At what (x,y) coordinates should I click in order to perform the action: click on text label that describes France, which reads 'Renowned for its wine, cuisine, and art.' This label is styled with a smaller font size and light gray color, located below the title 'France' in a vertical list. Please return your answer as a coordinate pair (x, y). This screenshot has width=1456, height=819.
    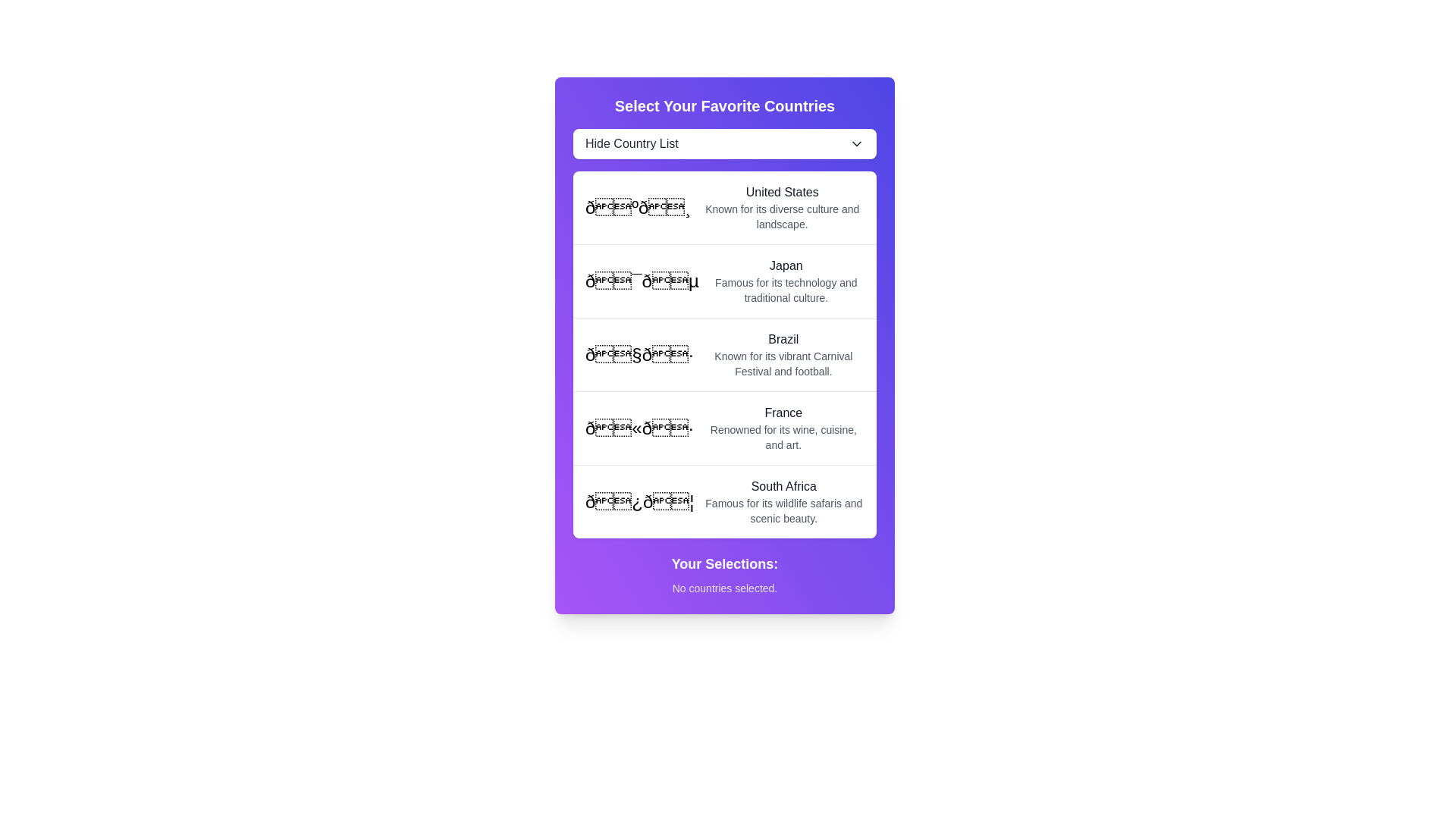
    Looking at the image, I should click on (783, 438).